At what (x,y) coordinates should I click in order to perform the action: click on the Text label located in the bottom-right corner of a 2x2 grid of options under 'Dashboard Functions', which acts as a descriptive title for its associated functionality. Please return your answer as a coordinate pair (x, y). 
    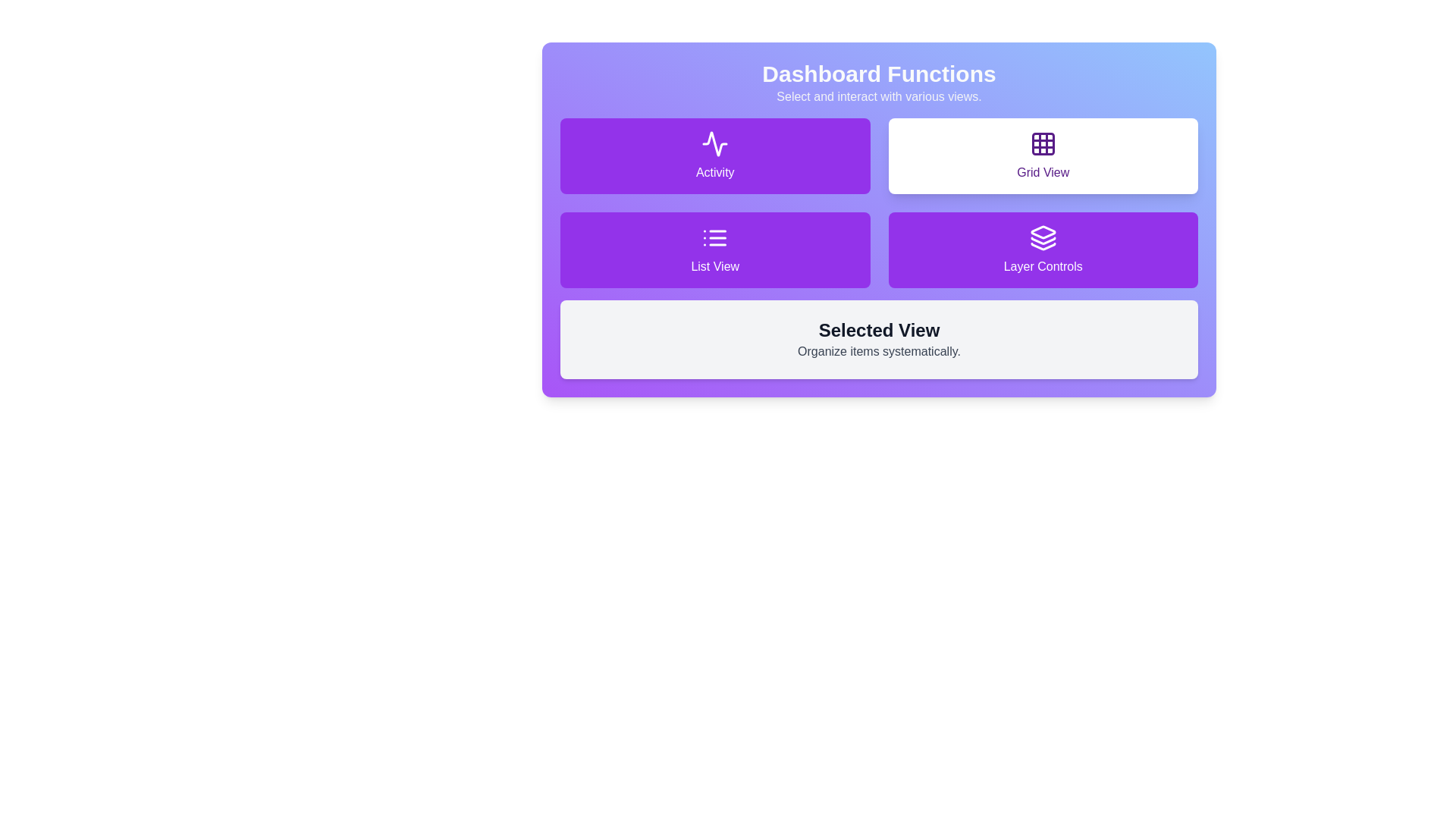
    Looking at the image, I should click on (1042, 265).